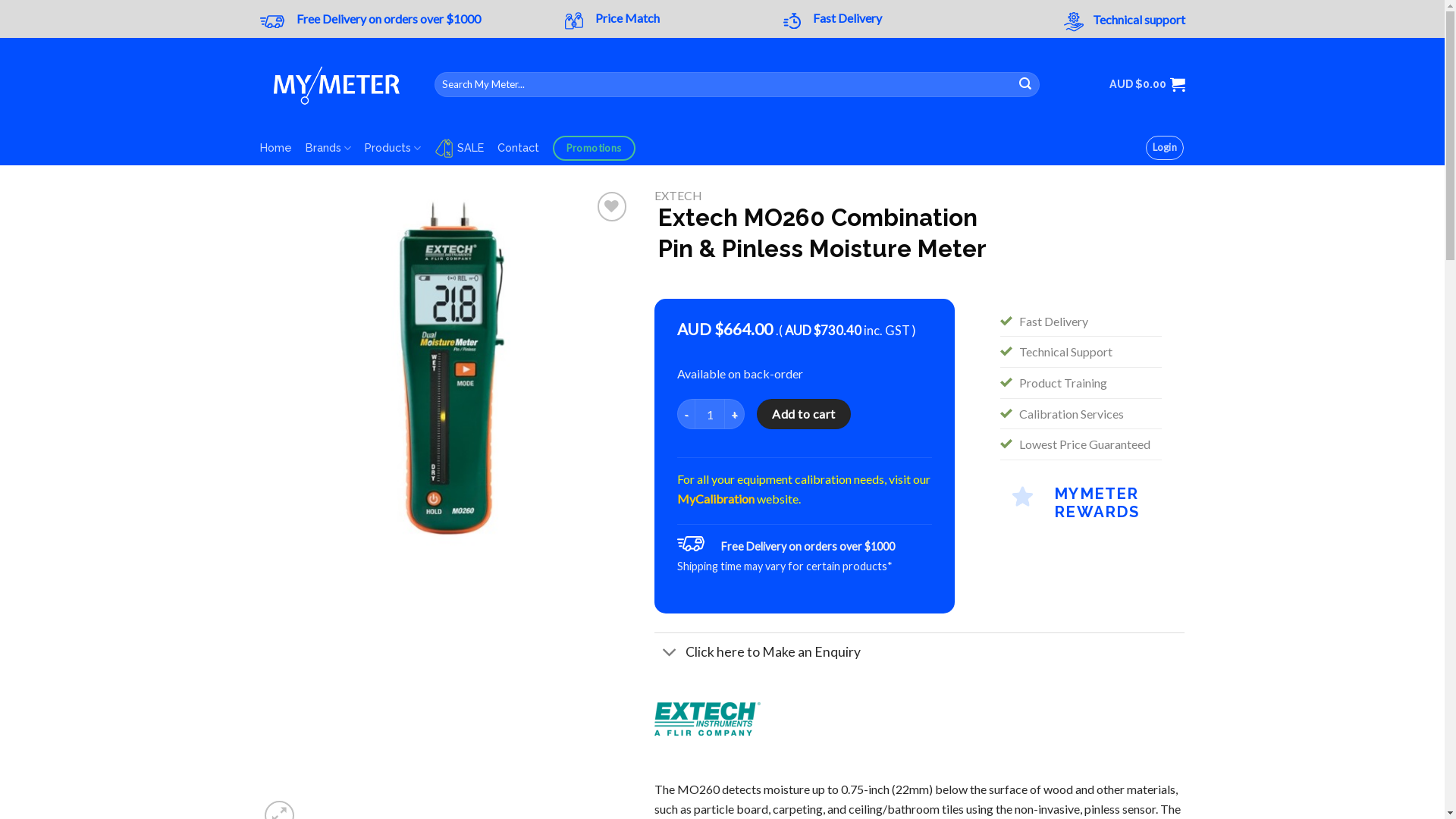 The height and width of the screenshot is (819, 1456). Describe the element at coordinates (1012, 84) in the screenshot. I see `'Search'` at that location.